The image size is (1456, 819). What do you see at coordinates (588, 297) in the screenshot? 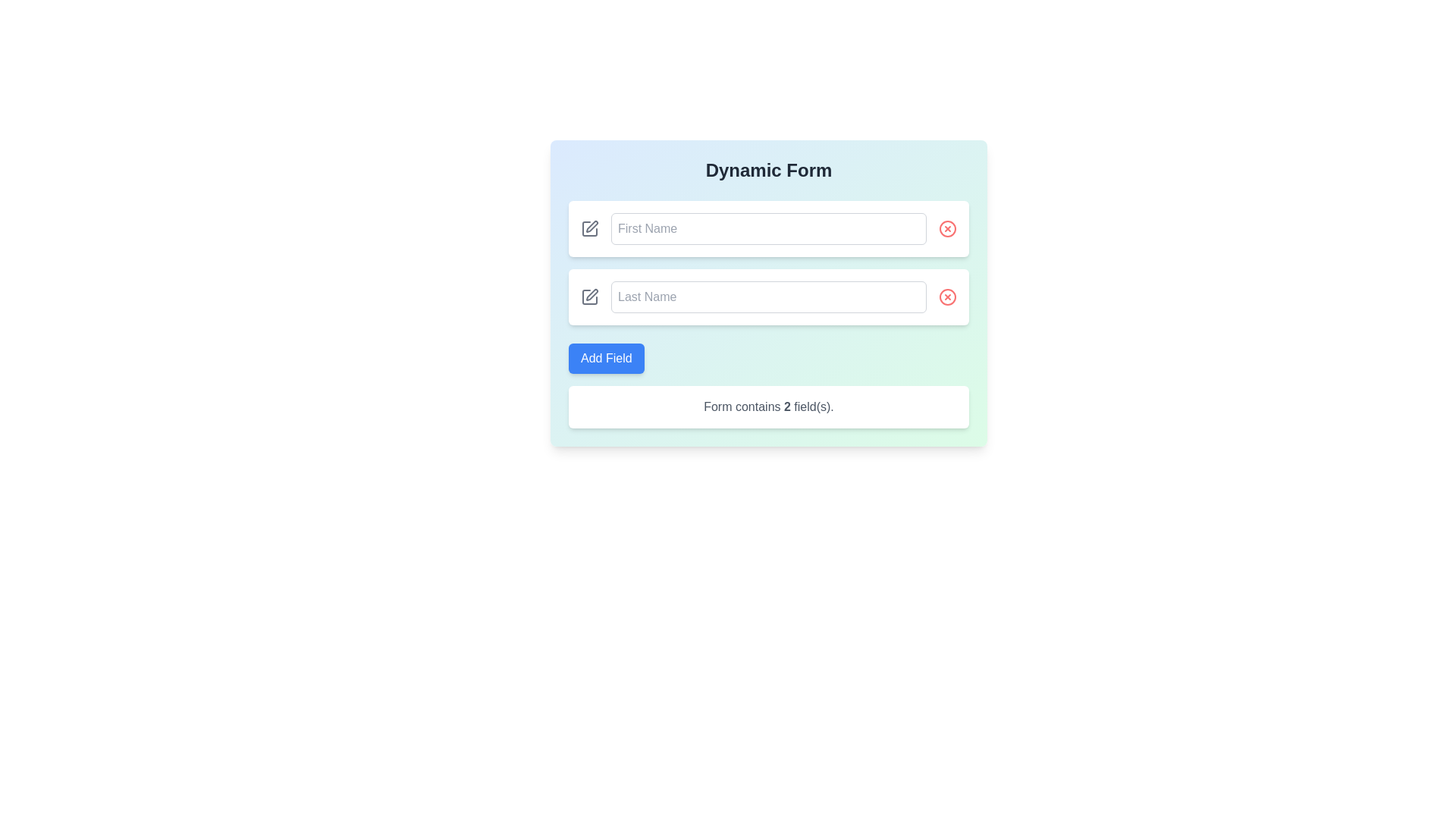
I see `the Icon component within the SVG that indicates the editable 'Last Name' input field` at bounding box center [588, 297].